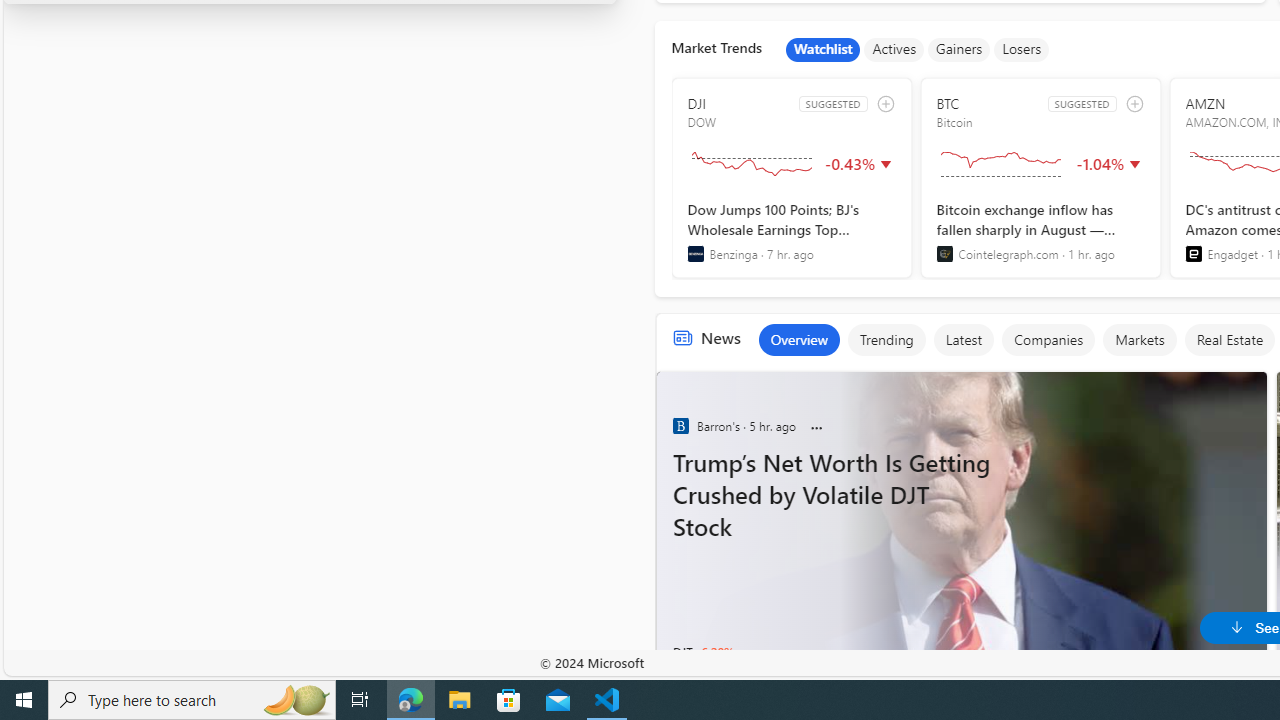  I want to click on 'DJI SUGGESTED DOW', so click(790, 177).